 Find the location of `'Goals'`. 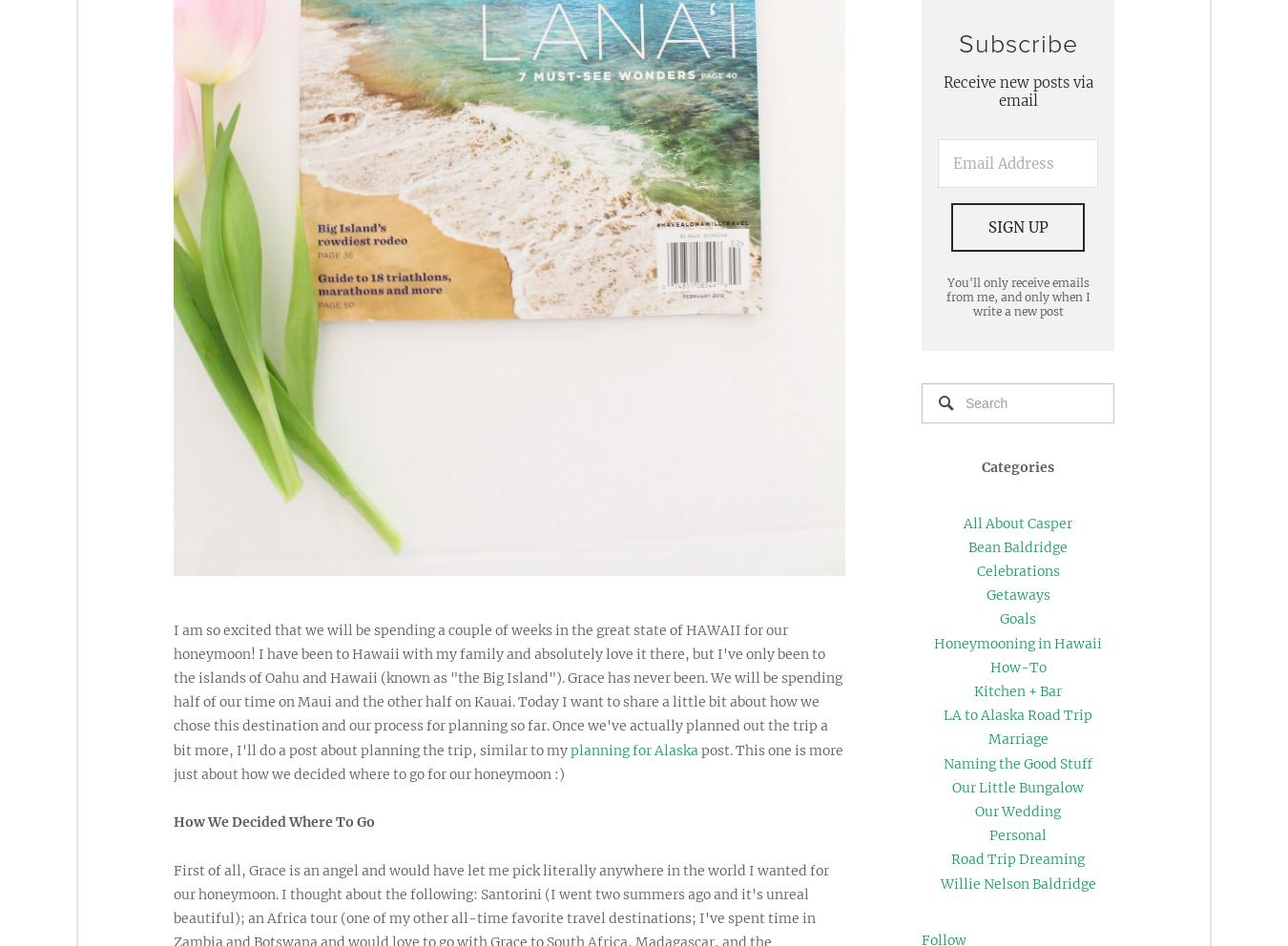

'Goals' is located at coordinates (1018, 618).